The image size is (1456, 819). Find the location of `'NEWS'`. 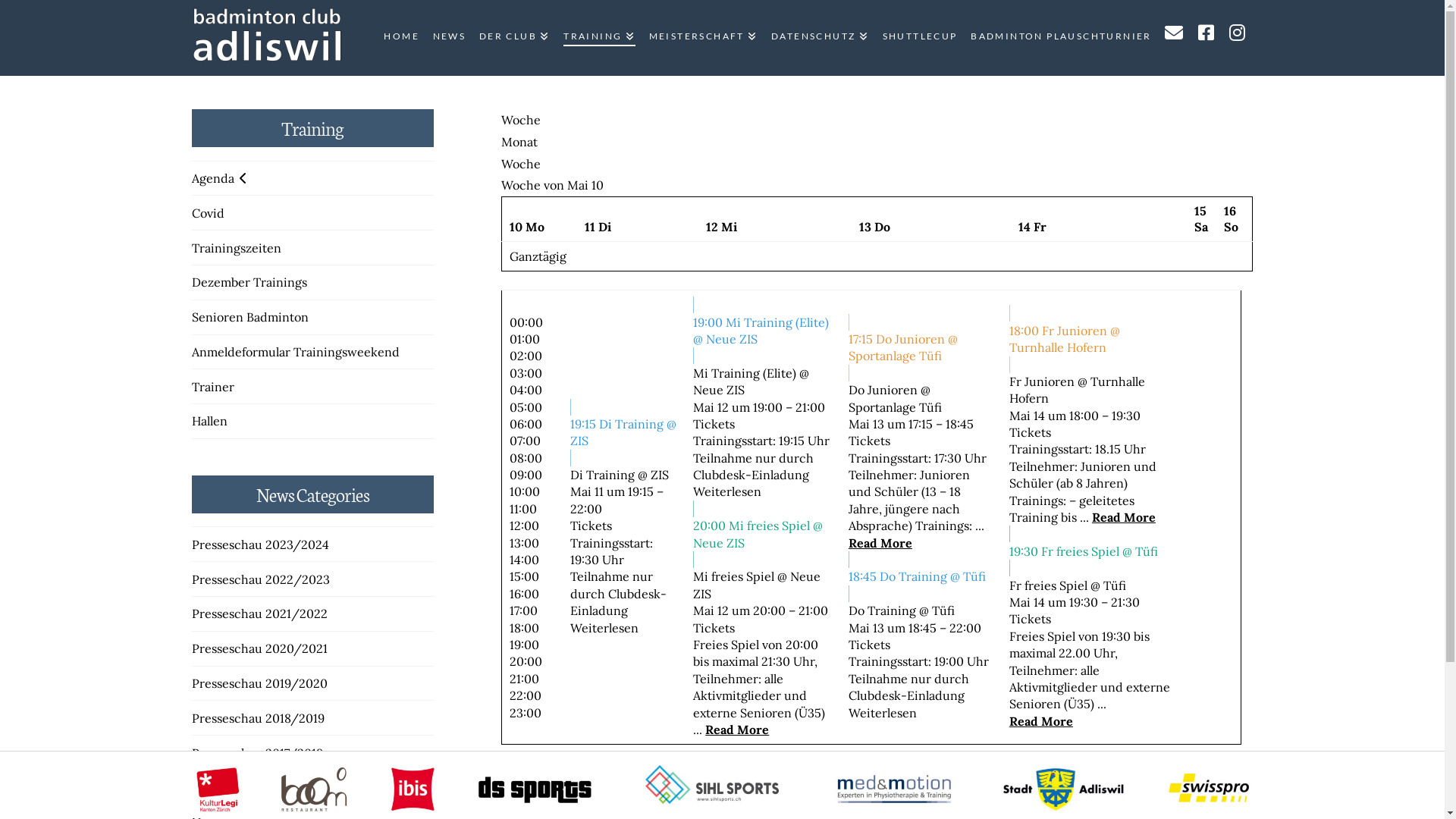

'NEWS' is located at coordinates (447, 37).